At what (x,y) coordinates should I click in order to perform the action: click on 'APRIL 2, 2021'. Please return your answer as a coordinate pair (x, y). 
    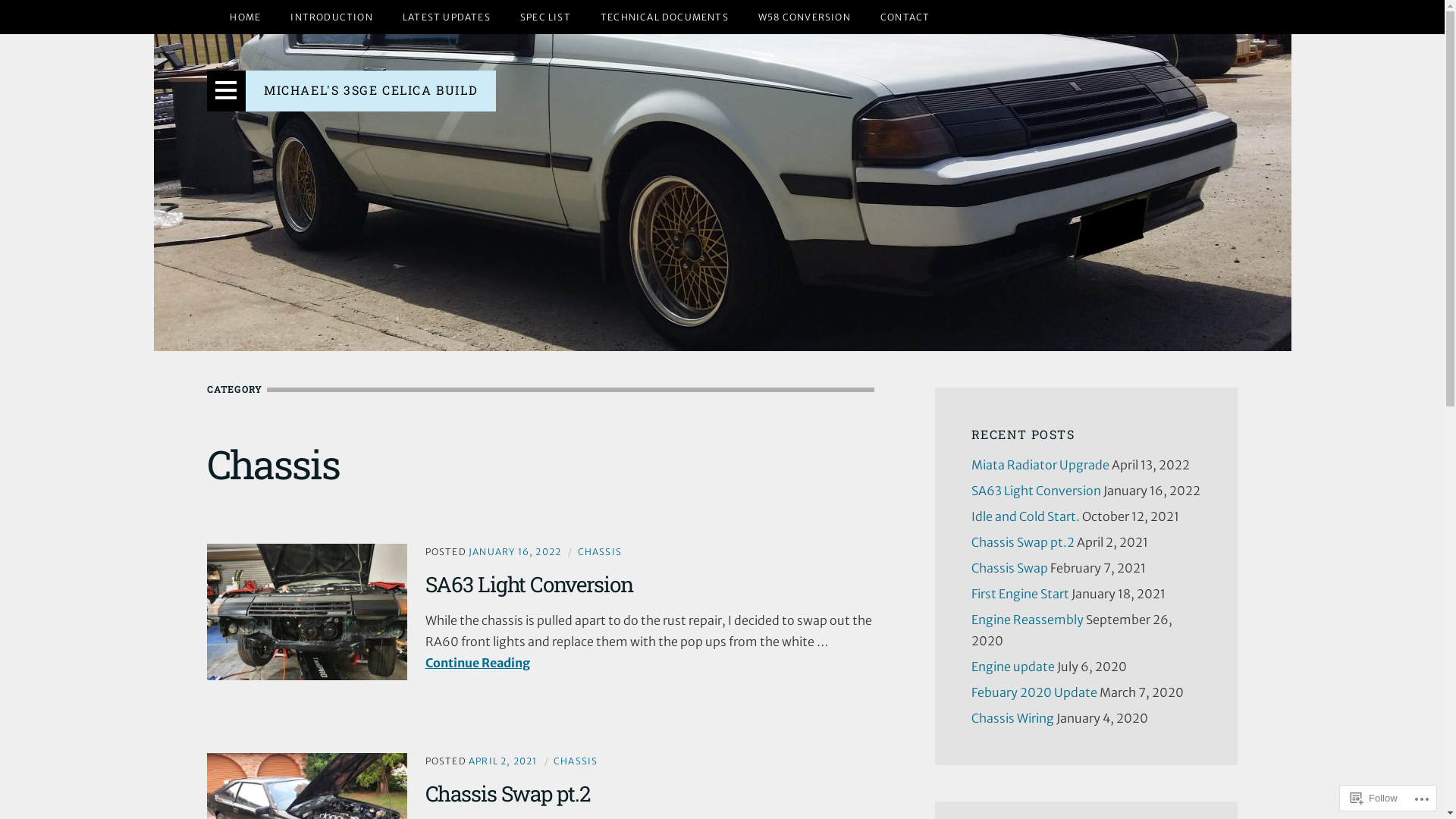
    Looking at the image, I should click on (503, 761).